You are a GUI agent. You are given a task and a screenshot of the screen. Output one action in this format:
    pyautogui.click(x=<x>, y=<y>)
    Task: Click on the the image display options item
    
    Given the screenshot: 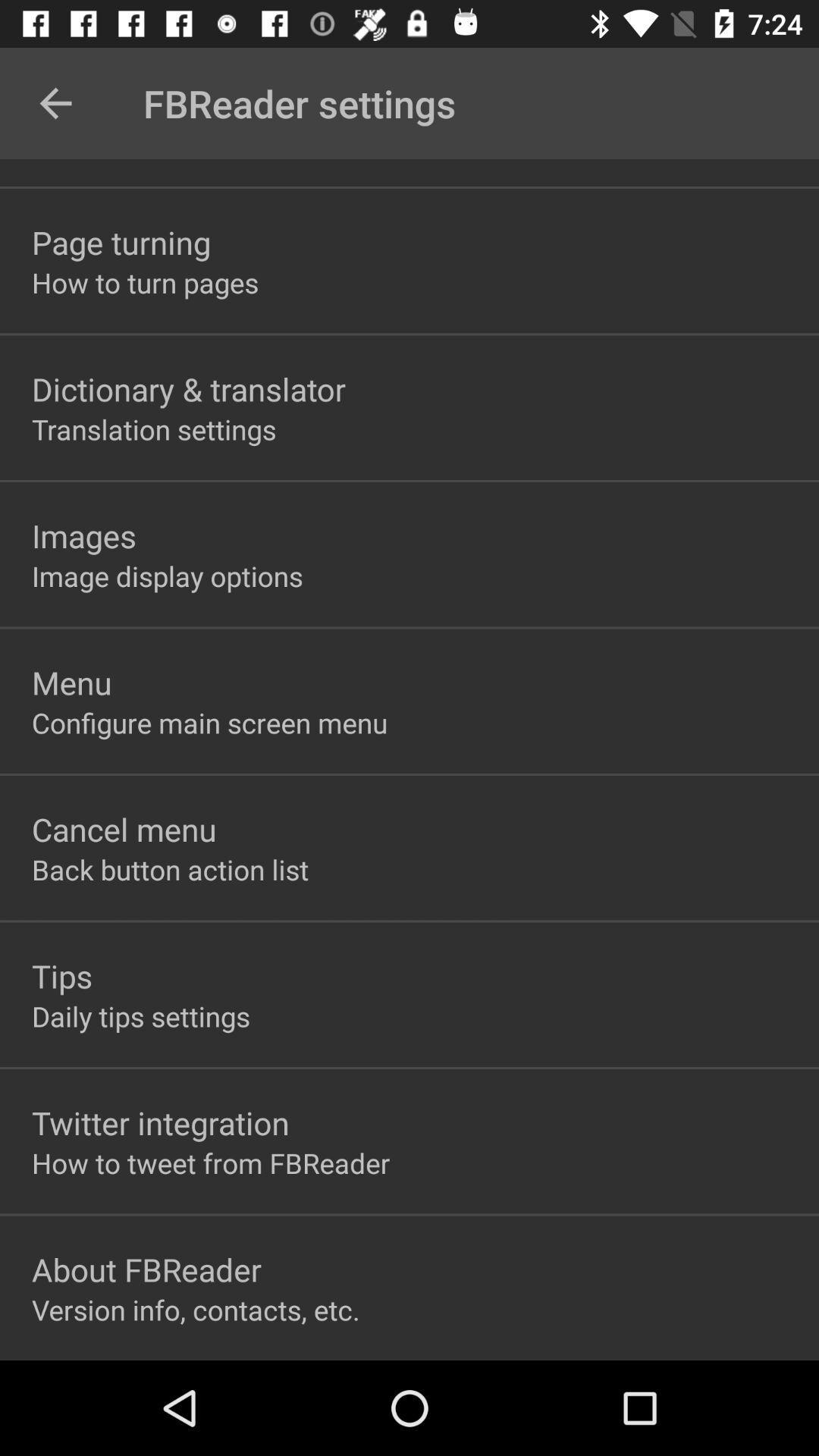 What is the action you would take?
    pyautogui.click(x=167, y=575)
    